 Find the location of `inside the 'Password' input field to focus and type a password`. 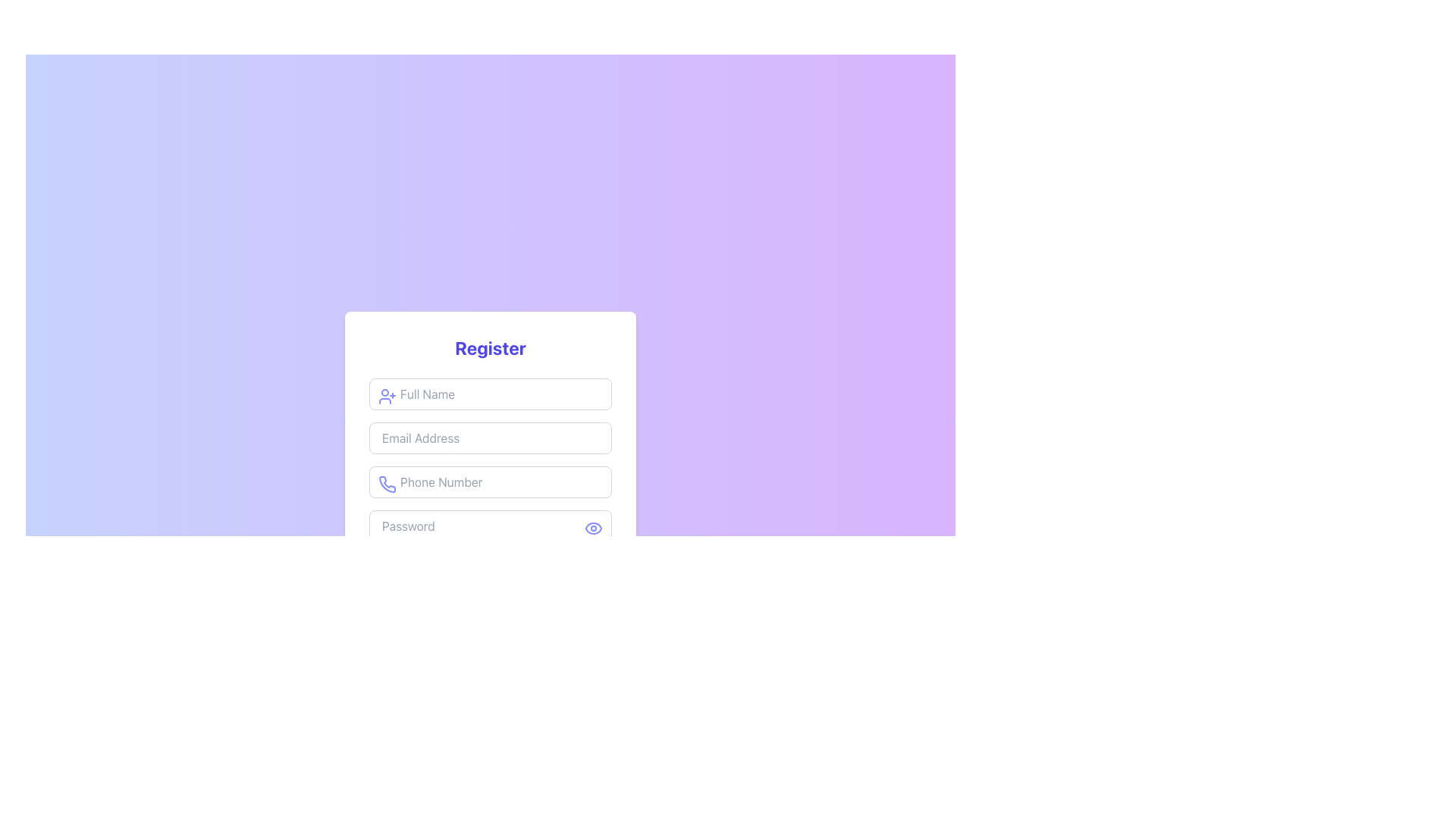

inside the 'Password' input field to focus and type a password is located at coordinates (491, 526).